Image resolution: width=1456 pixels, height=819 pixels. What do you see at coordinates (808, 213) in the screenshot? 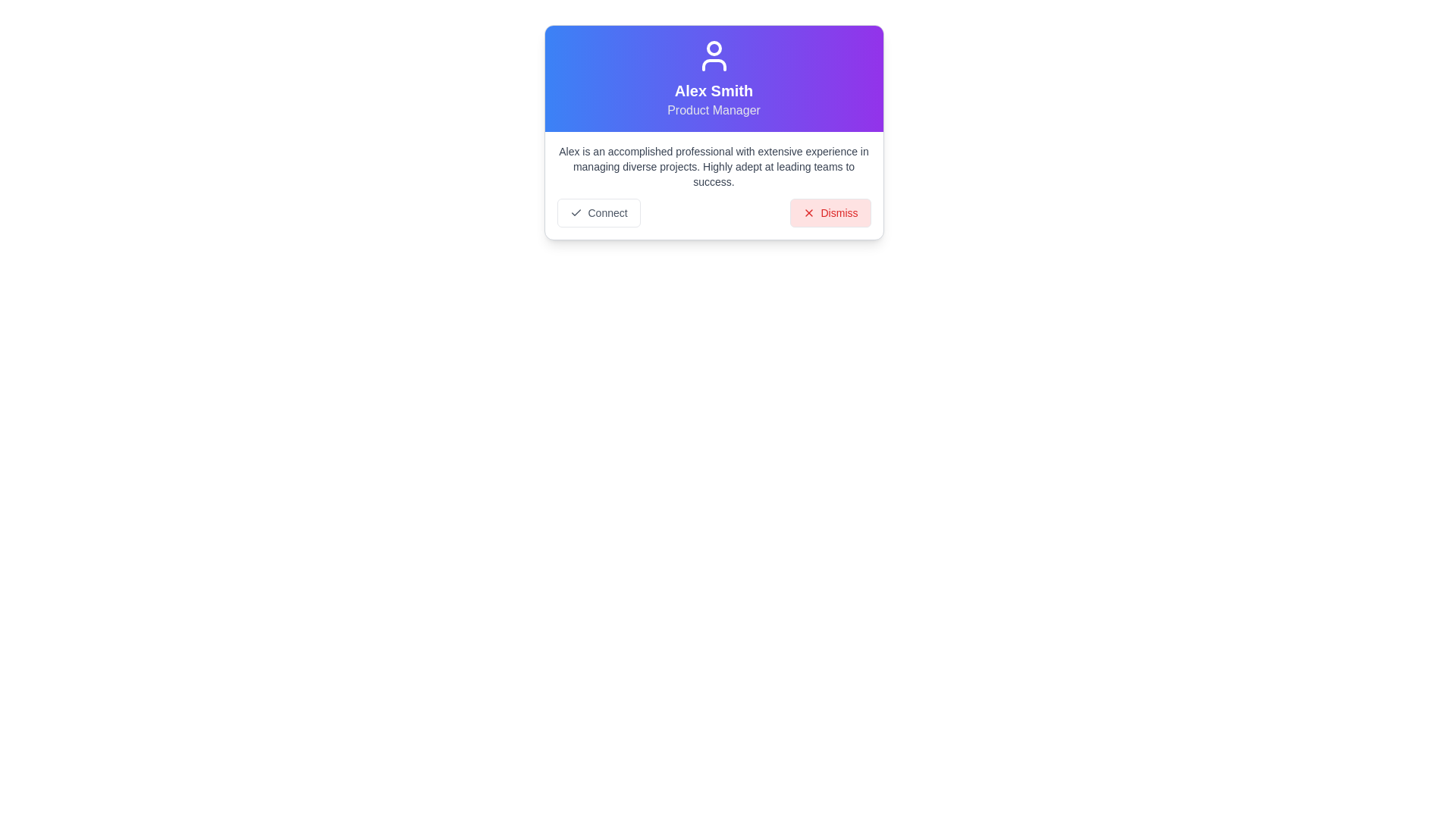
I see `the icon located within the 'Dismiss' button of the profile card` at bounding box center [808, 213].